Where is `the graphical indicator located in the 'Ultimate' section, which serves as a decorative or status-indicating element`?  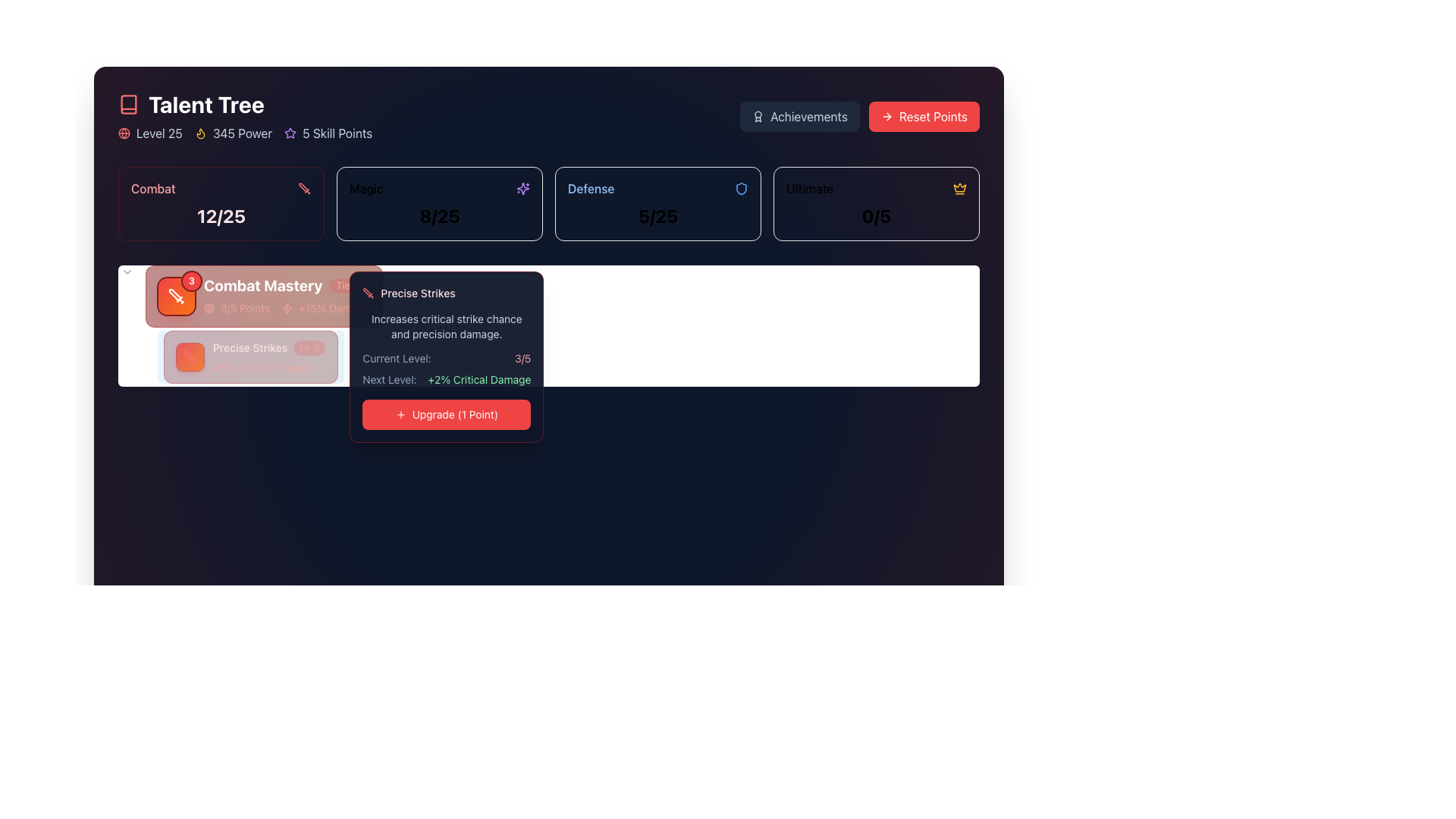 the graphical indicator located in the 'Ultimate' section, which serves as a decorative or status-indicating element is located at coordinates (913, 242).